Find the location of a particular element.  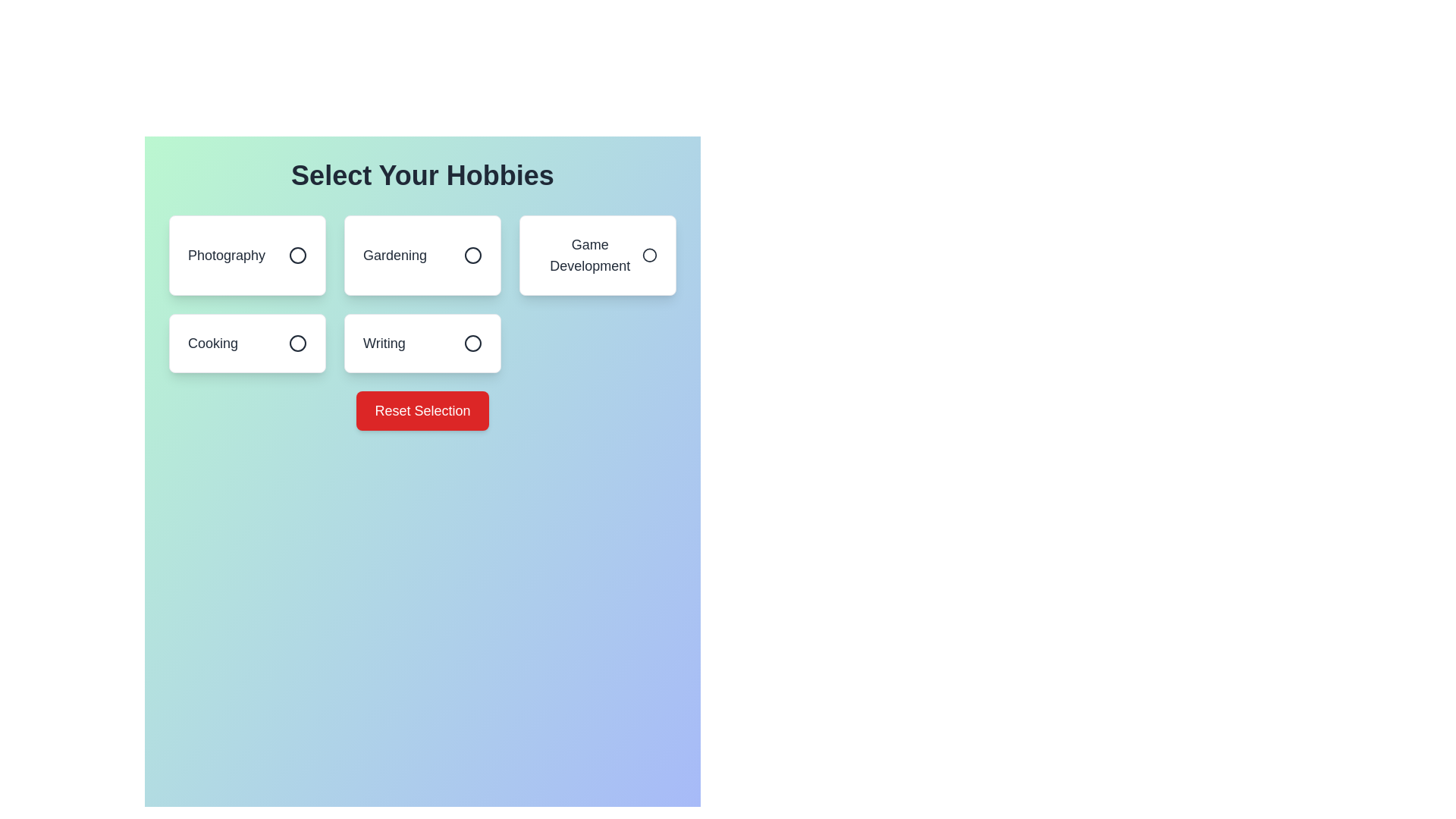

the hobby item Photography is located at coordinates (247, 254).